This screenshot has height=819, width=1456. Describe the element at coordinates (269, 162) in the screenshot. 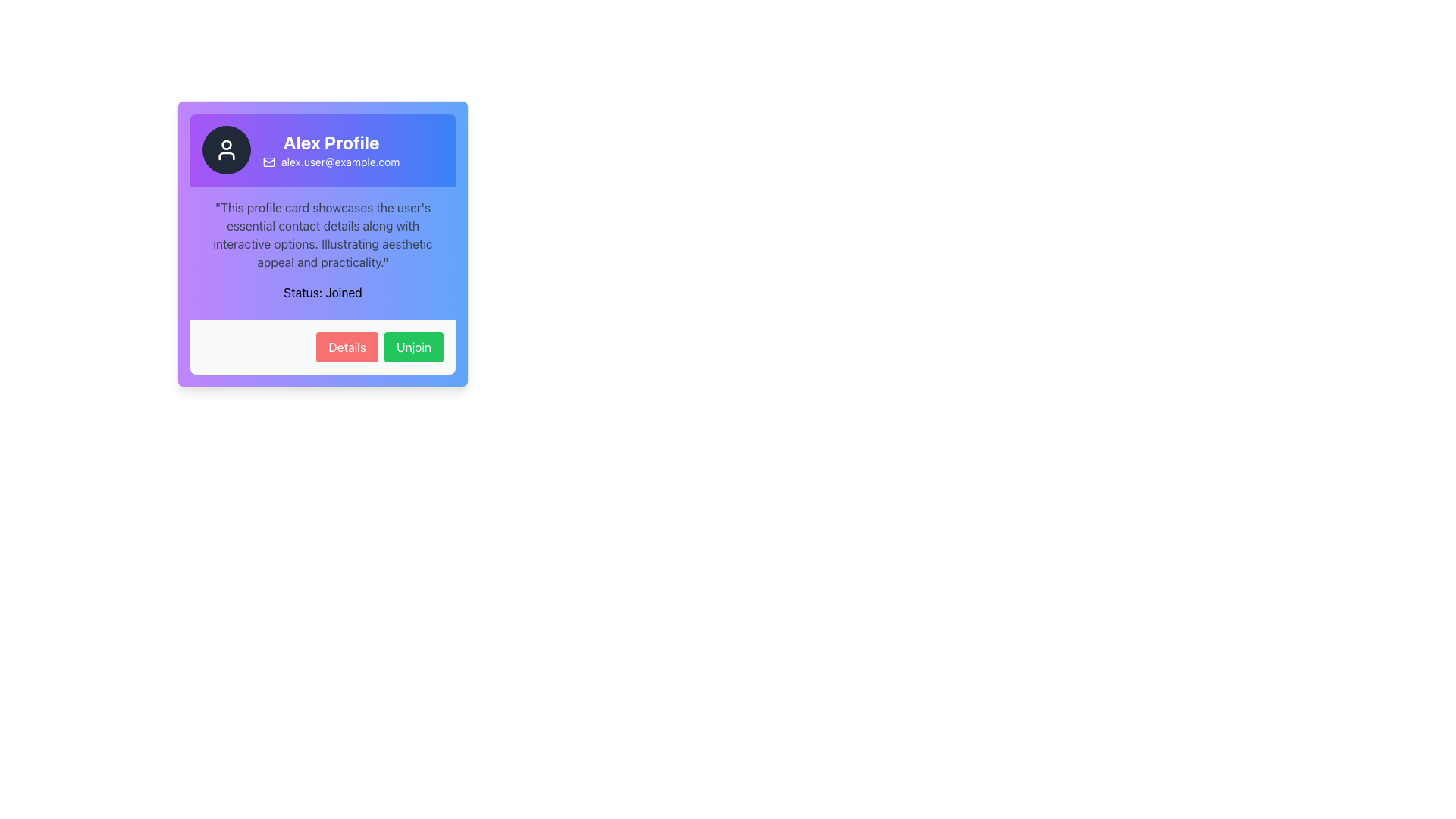

I see `the email icon located in the upper-left part of the profile card, which visually indicates the email address 'alex.user@example.com'` at that location.